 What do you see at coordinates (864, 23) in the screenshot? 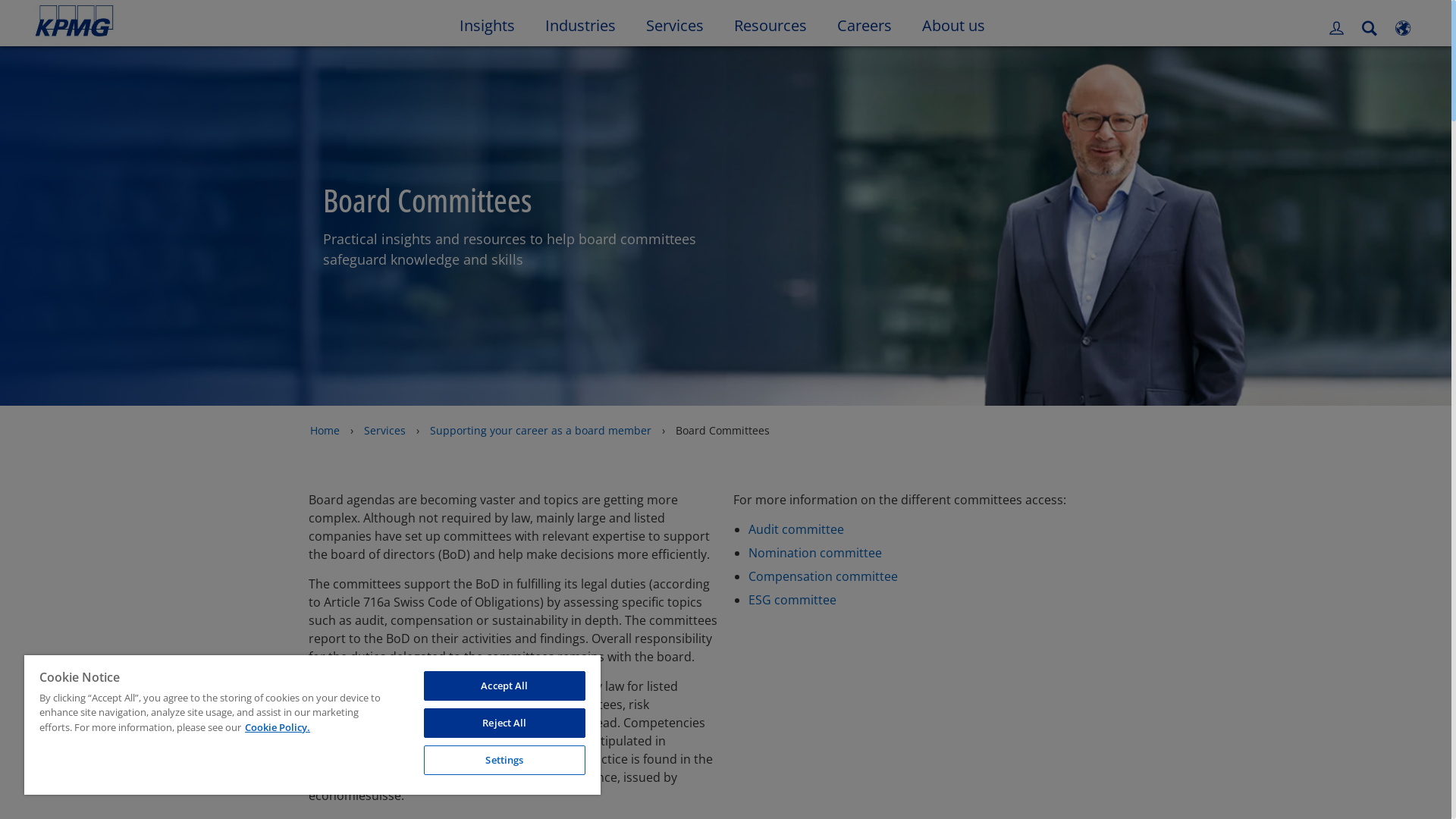
I see `'Careers'` at bounding box center [864, 23].